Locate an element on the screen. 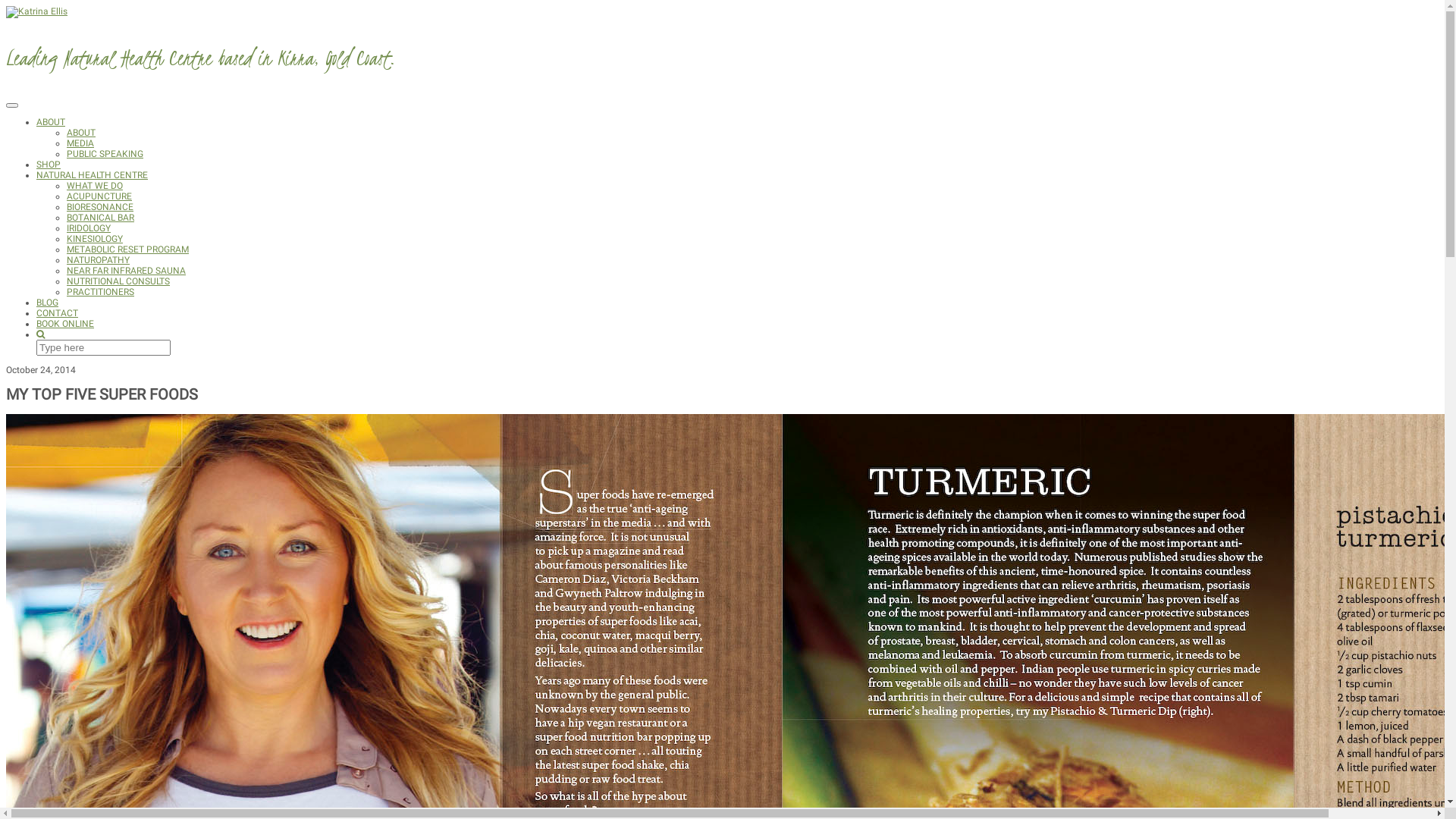  'ABOUT' is located at coordinates (51, 121).